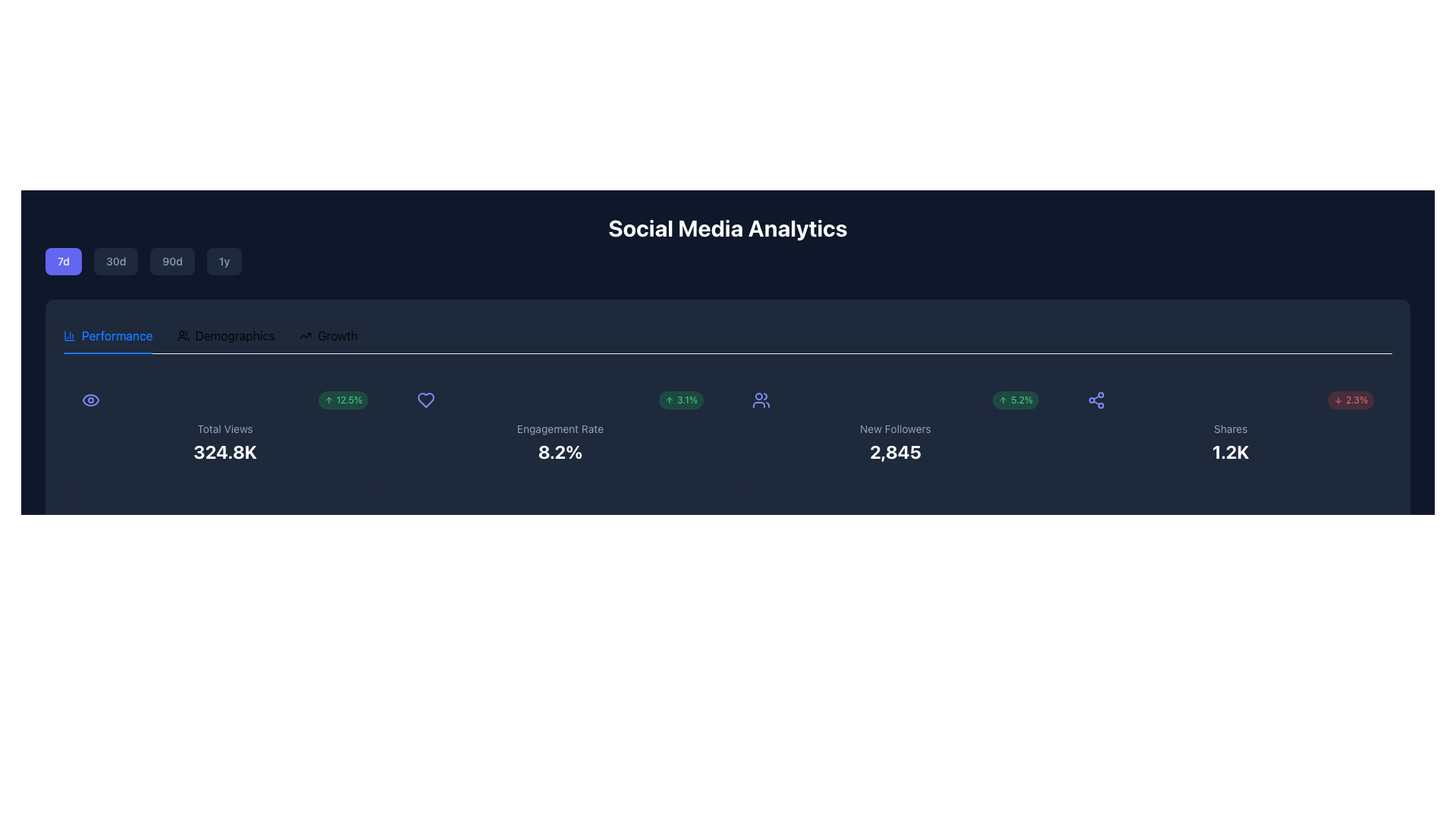 Image resolution: width=1456 pixels, height=819 pixels. Describe the element at coordinates (107, 335) in the screenshot. I see `the 'Performance' tab element located in the upper-left corner of the tab area to switch the displayed data to the Performance section of the analytics interface` at that location.